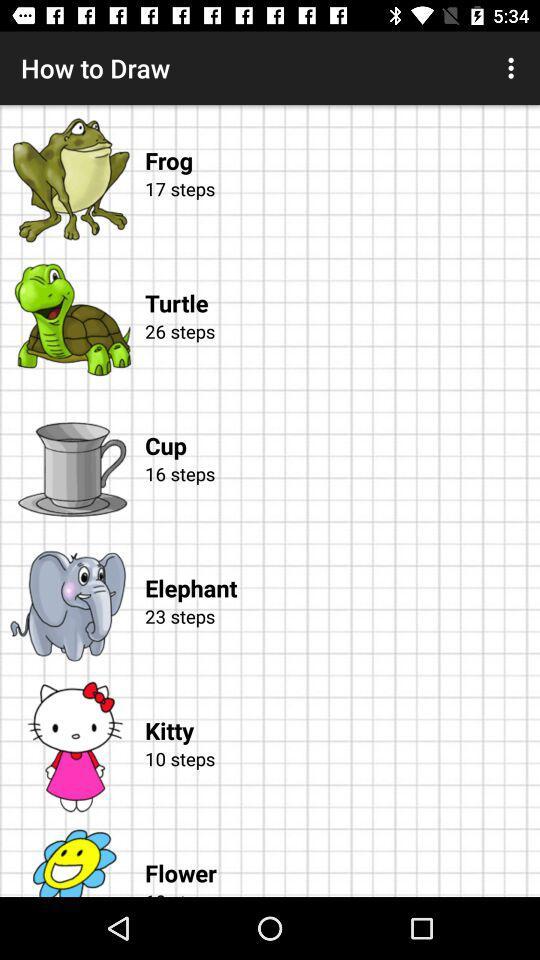  What do you see at coordinates (338, 638) in the screenshot?
I see `icon below the elephant` at bounding box center [338, 638].